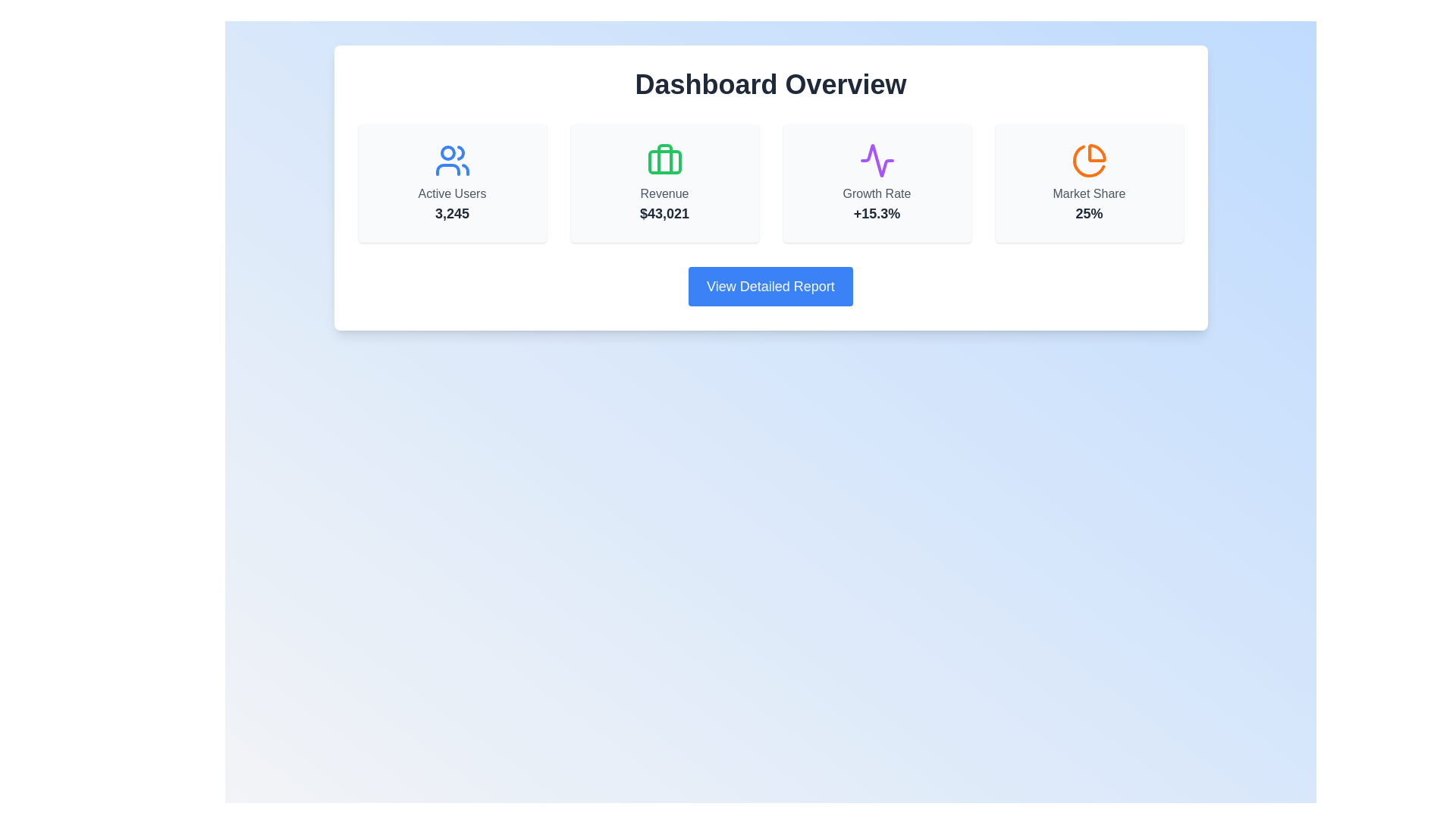 The image size is (1456, 819). Describe the element at coordinates (451, 193) in the screenshot. I see `the text label indicating 'Active Users' which is positioned below the blue user icon and above the number '3,245'` at that location.